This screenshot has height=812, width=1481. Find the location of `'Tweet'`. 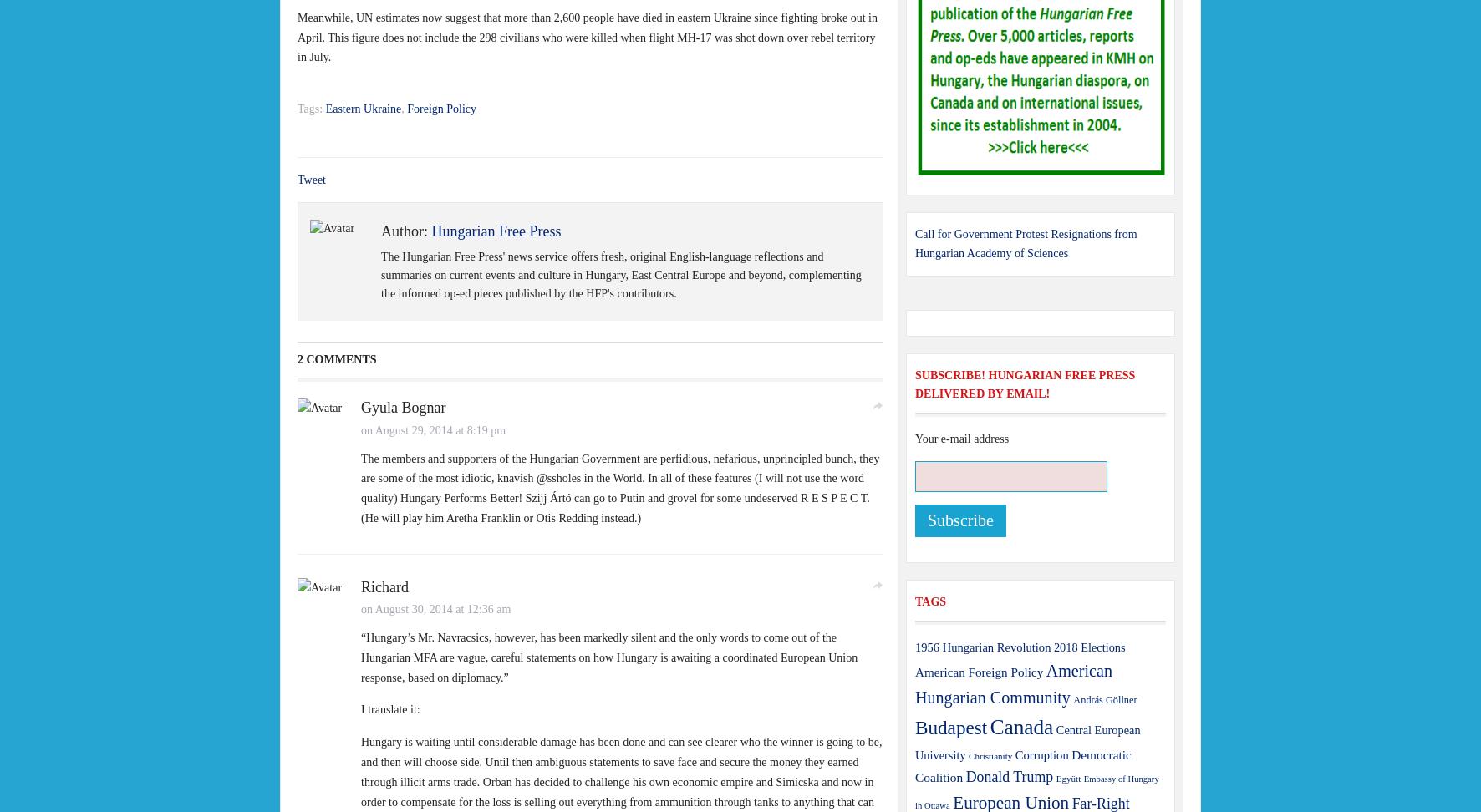

'Tweet' is located at coordinates (312, 178).